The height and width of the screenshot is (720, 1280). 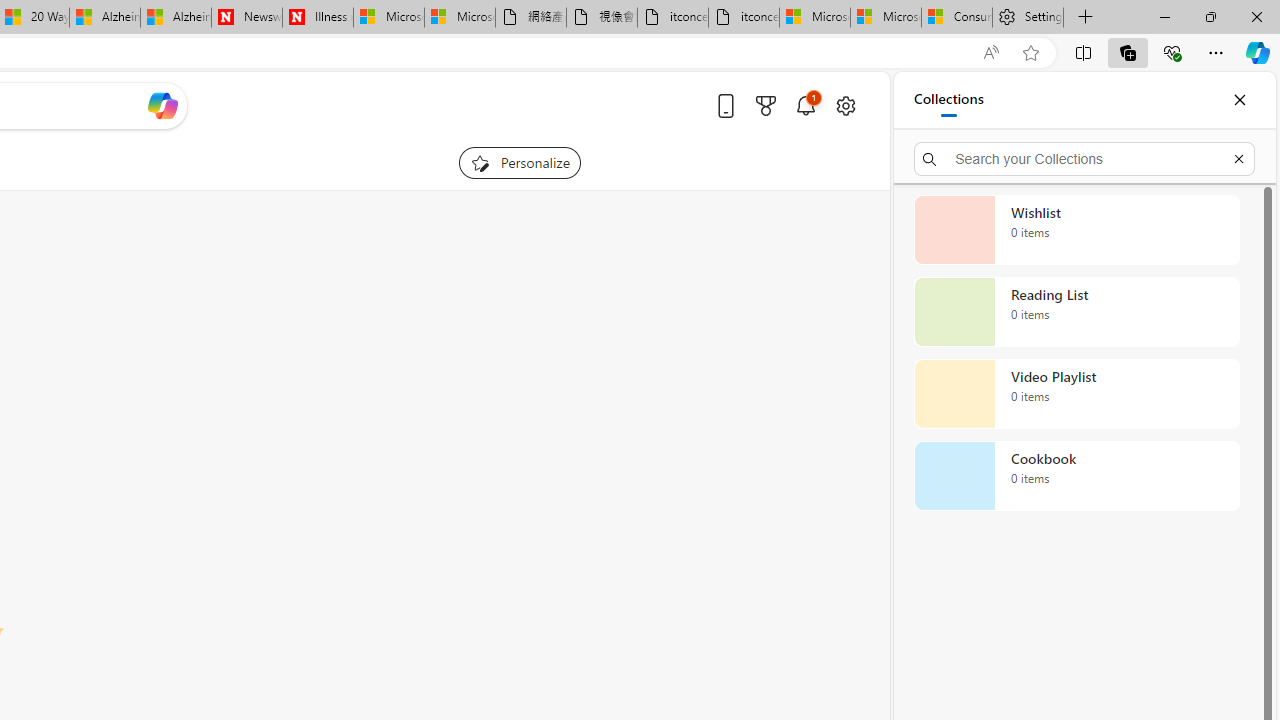 I want to click on 'Search your Collections', so click(x=1083, y=158).